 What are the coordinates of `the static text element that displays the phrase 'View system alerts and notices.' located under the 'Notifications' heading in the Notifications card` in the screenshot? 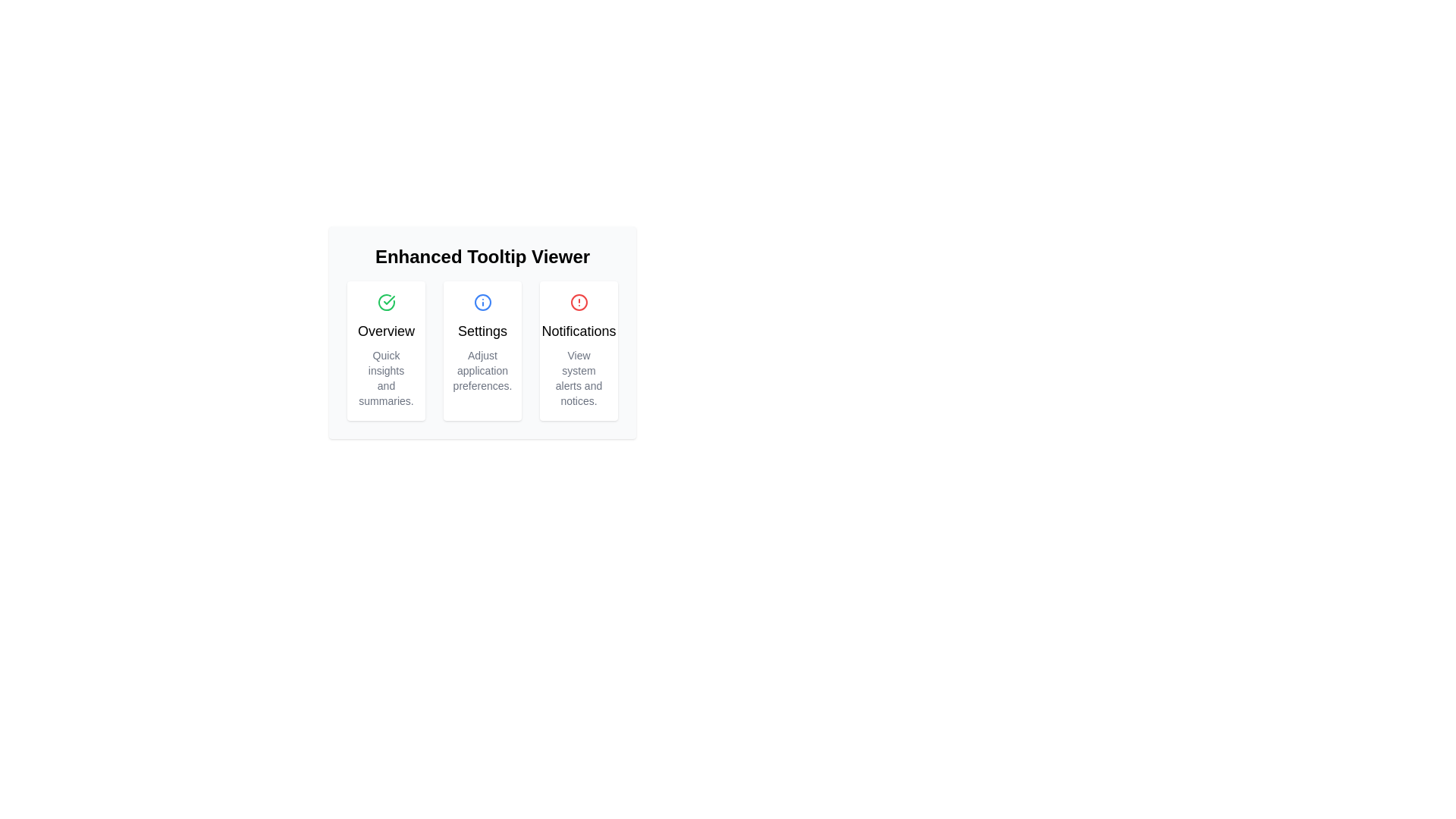 It's located at (578, 377).